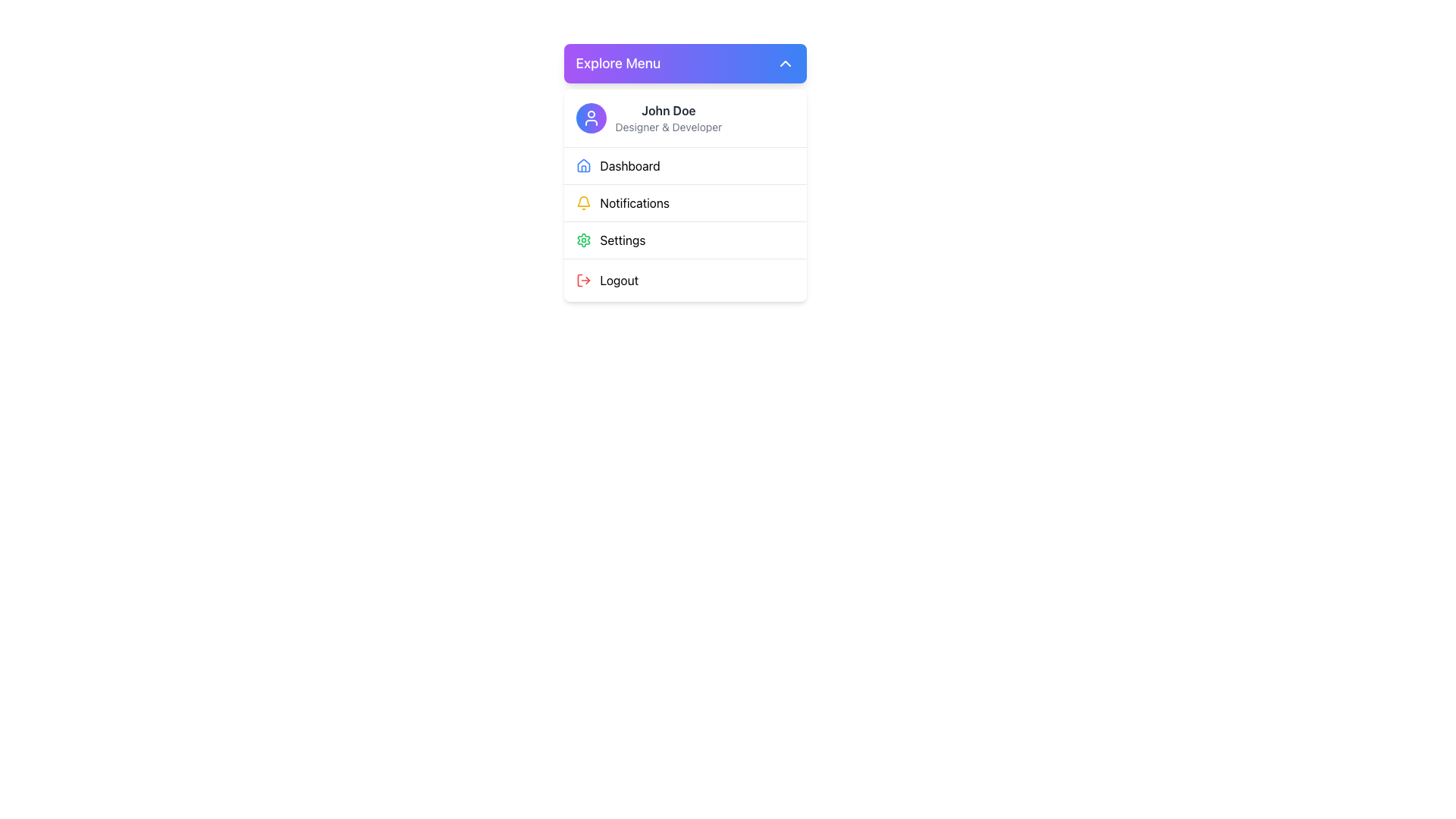  What do you see at coordinates (590, 117) in the screenshot?
I see `the Profile Icon located at the top-left of the menu card, next to the text 'John Doe' and the subtitle 'Designer & Developer'` at bounding box center [590, 117].